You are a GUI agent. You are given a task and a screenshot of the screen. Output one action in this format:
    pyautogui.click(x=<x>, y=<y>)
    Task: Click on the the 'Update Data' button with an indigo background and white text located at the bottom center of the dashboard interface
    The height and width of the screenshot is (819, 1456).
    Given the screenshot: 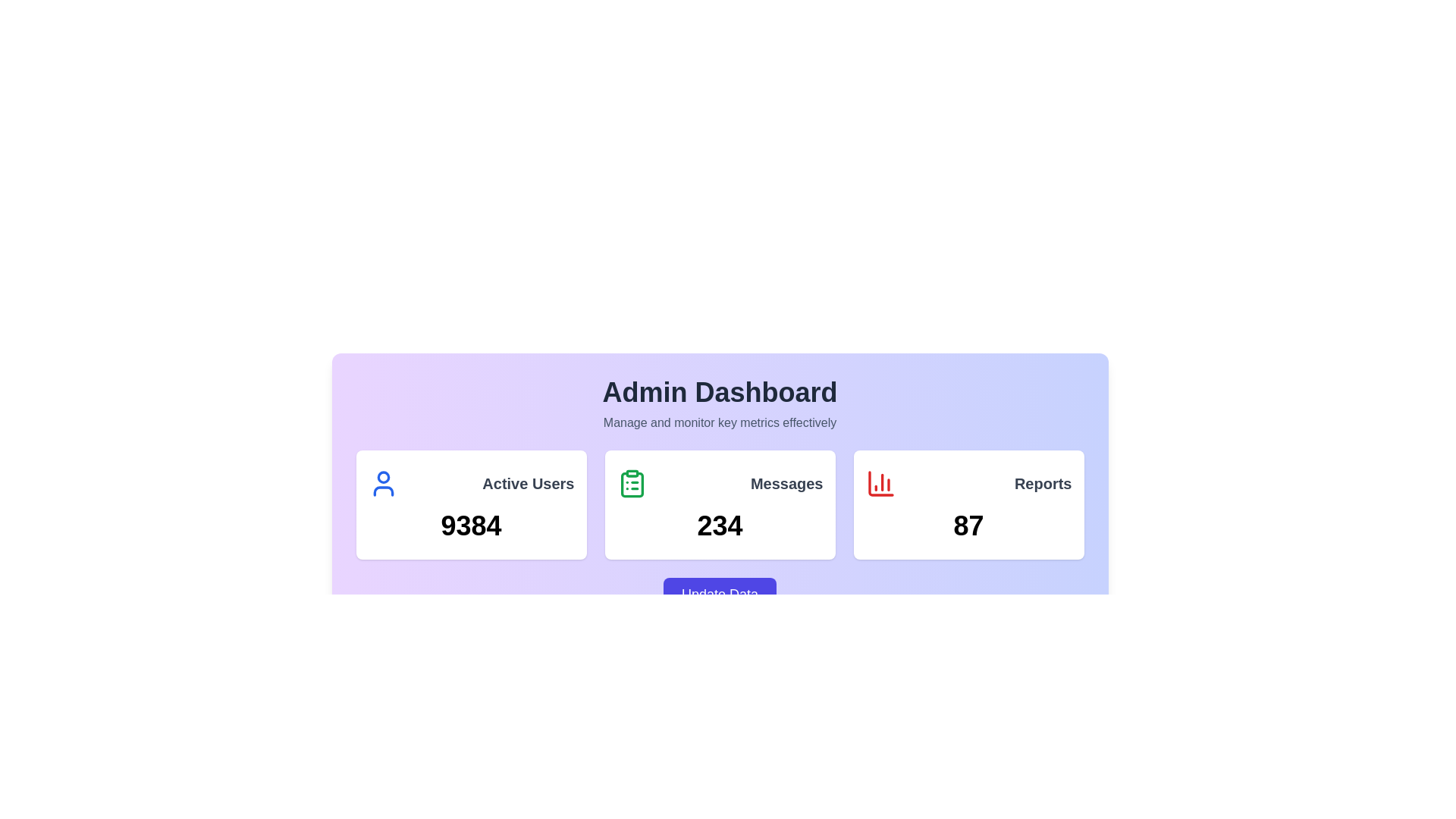 What is the action you would take?
    pyautogui.click(x=719, y=593)
    